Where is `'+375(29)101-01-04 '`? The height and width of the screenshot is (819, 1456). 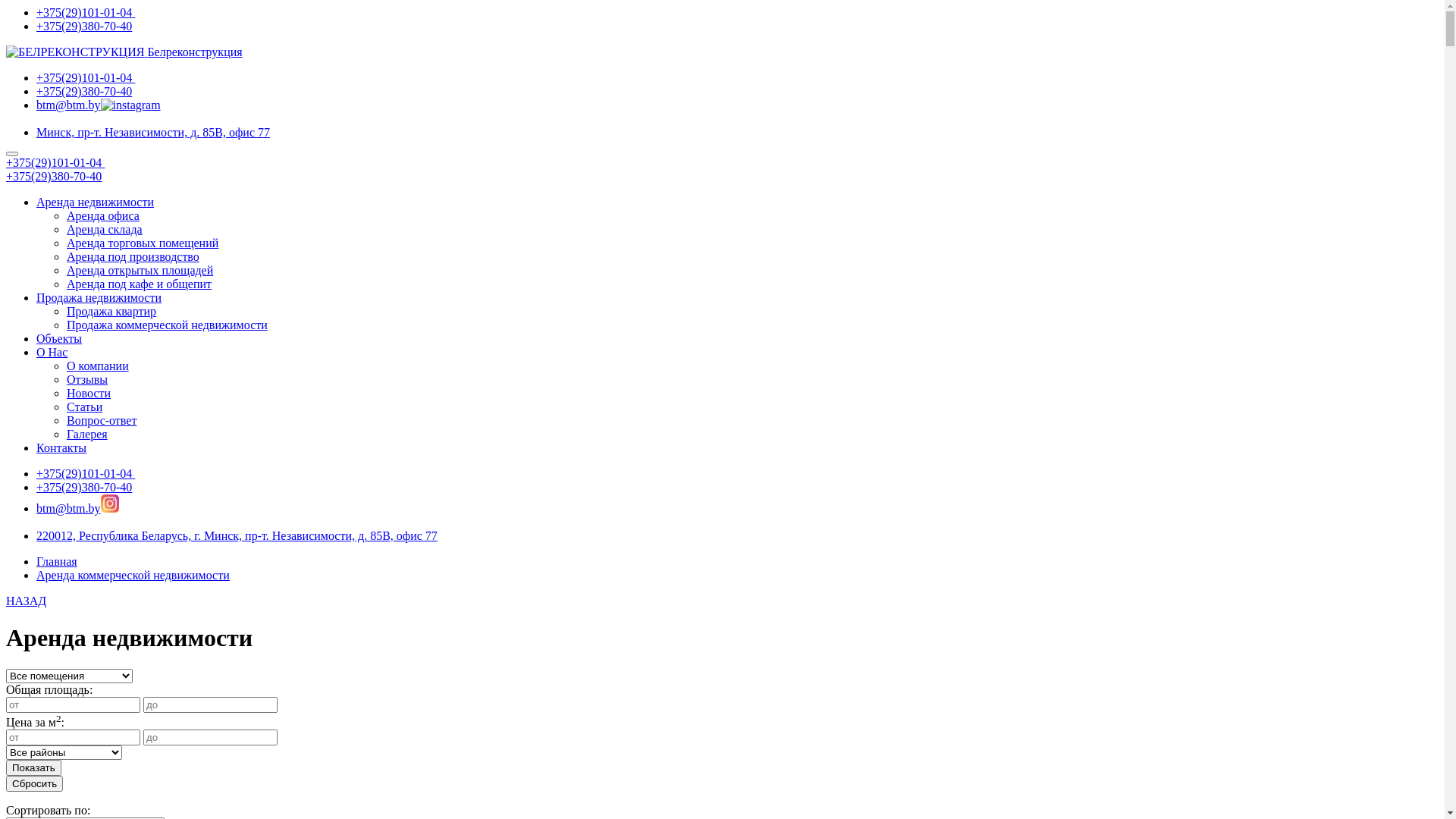 '+375(29)101-01-04 ' is located at coordinates (55, 162).